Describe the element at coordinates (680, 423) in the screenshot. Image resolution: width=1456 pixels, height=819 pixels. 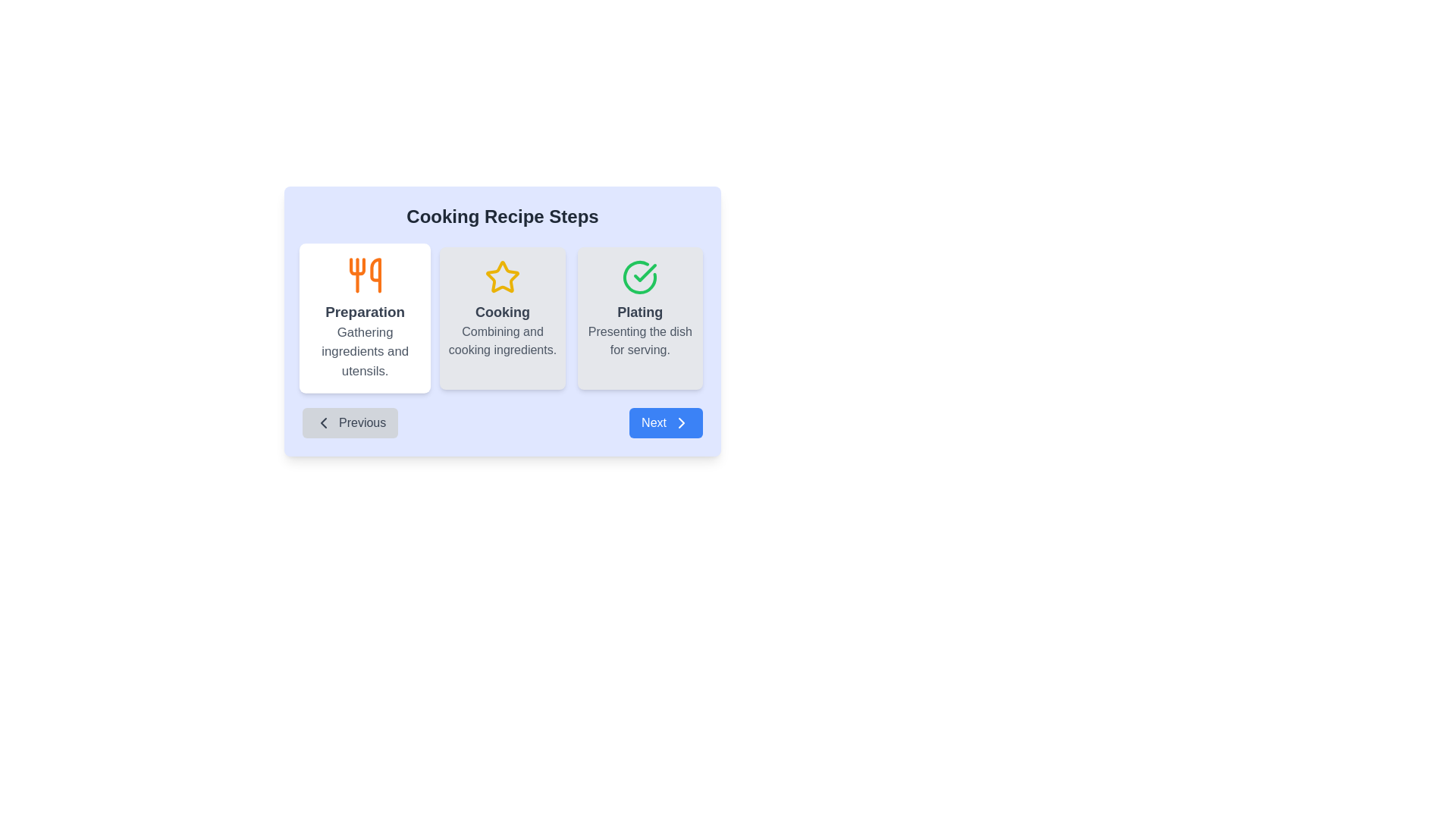
I see `the chevron icon within the 'Next' button located at the bottom-right corner of the interface` at that location.